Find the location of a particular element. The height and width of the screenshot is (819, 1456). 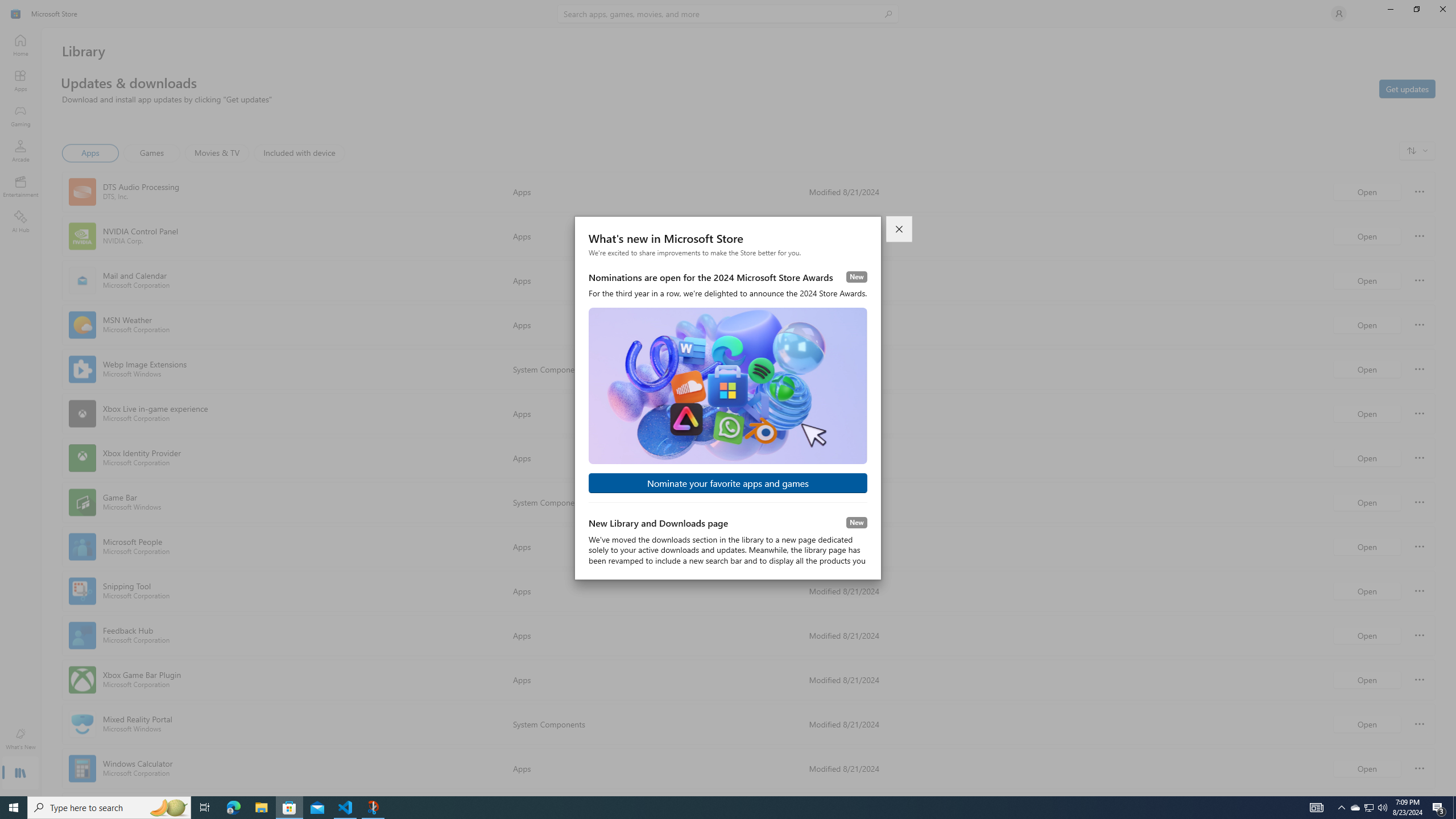

'Search' is located at coordinates (728, 13).